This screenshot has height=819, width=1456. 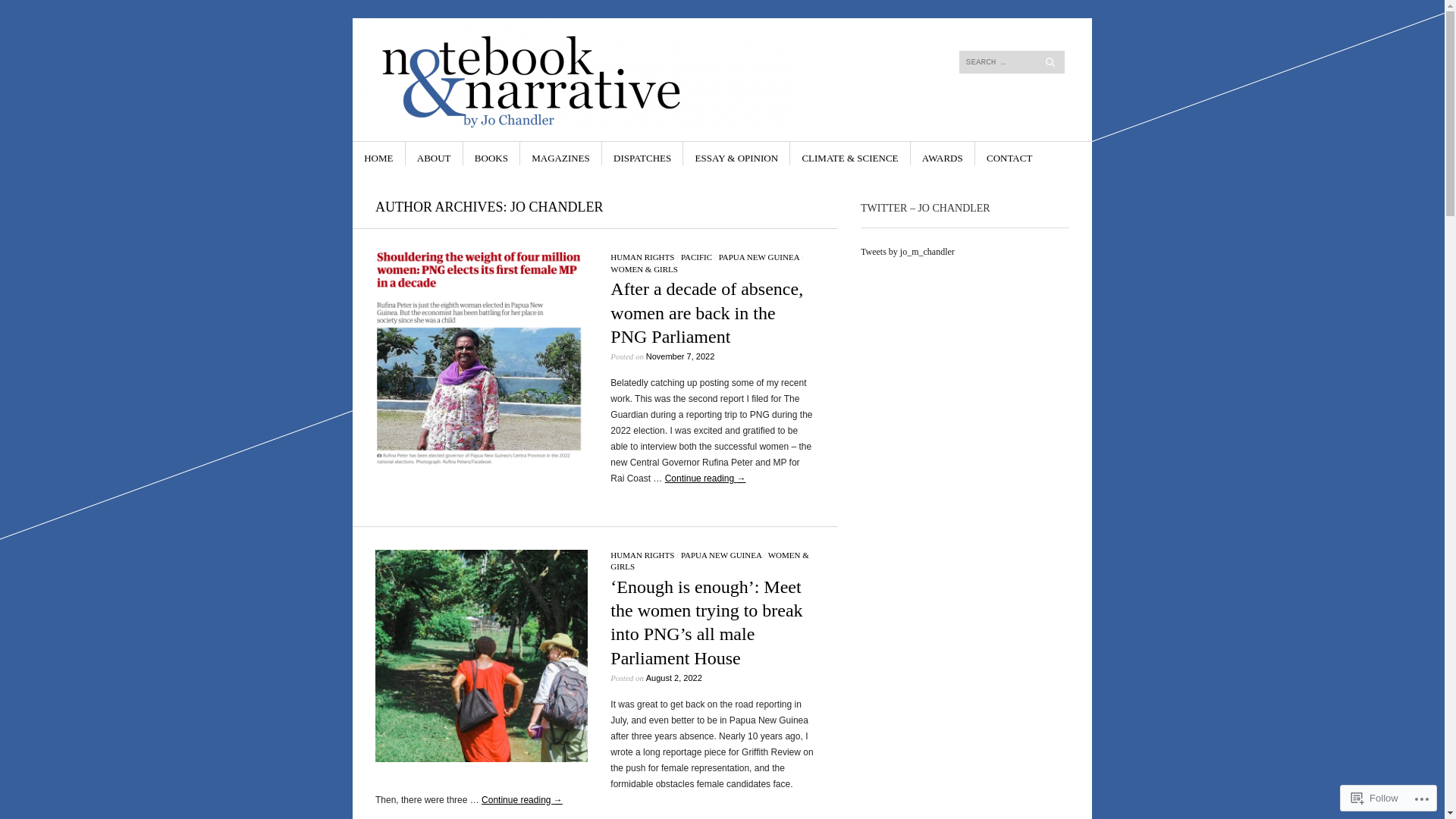 I want to click on 'August 2, 2022', so click(x=645, y=677).